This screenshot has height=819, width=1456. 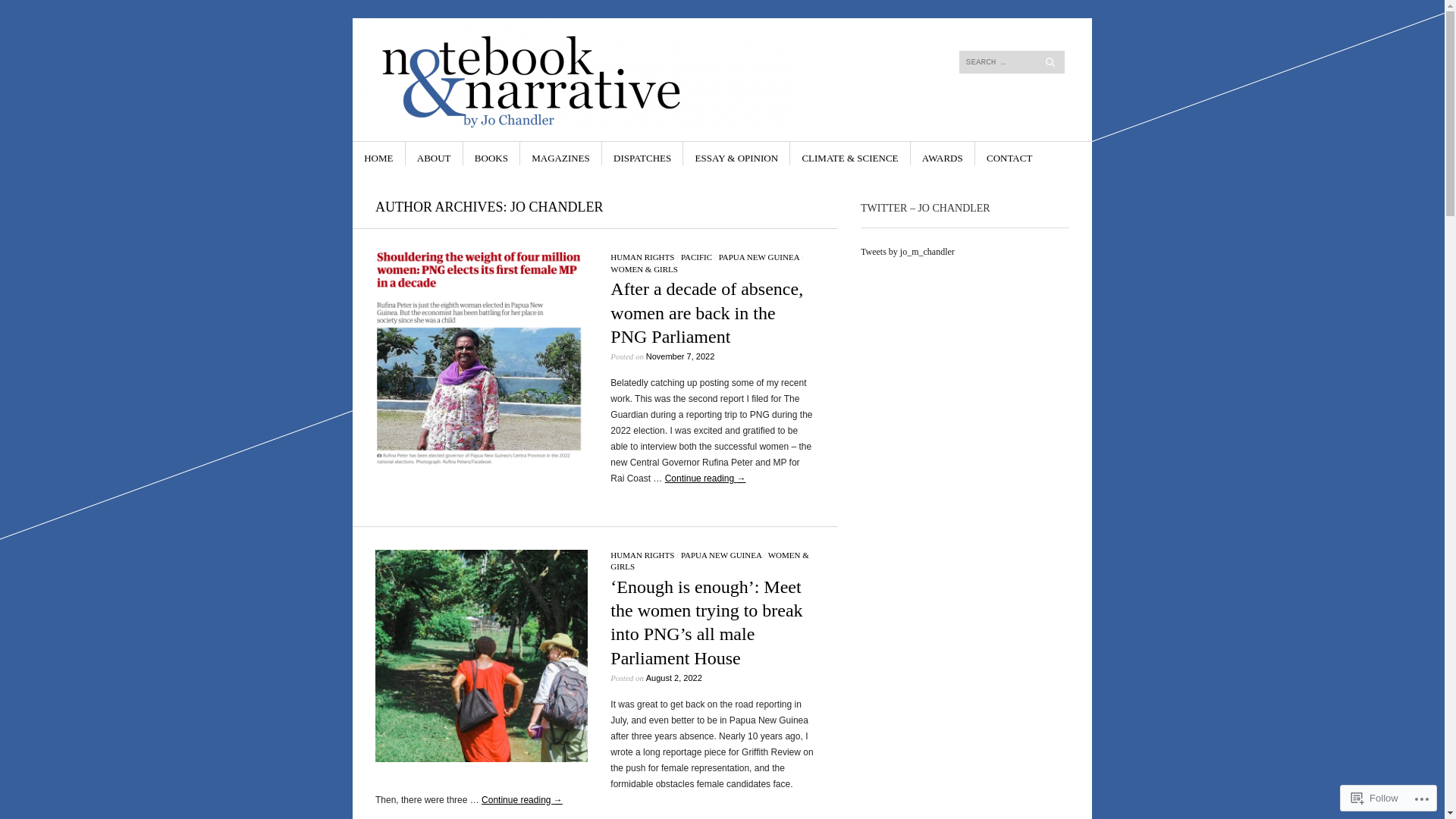 I want to click on 'August 2, 2022', so click(x=645, y=677).